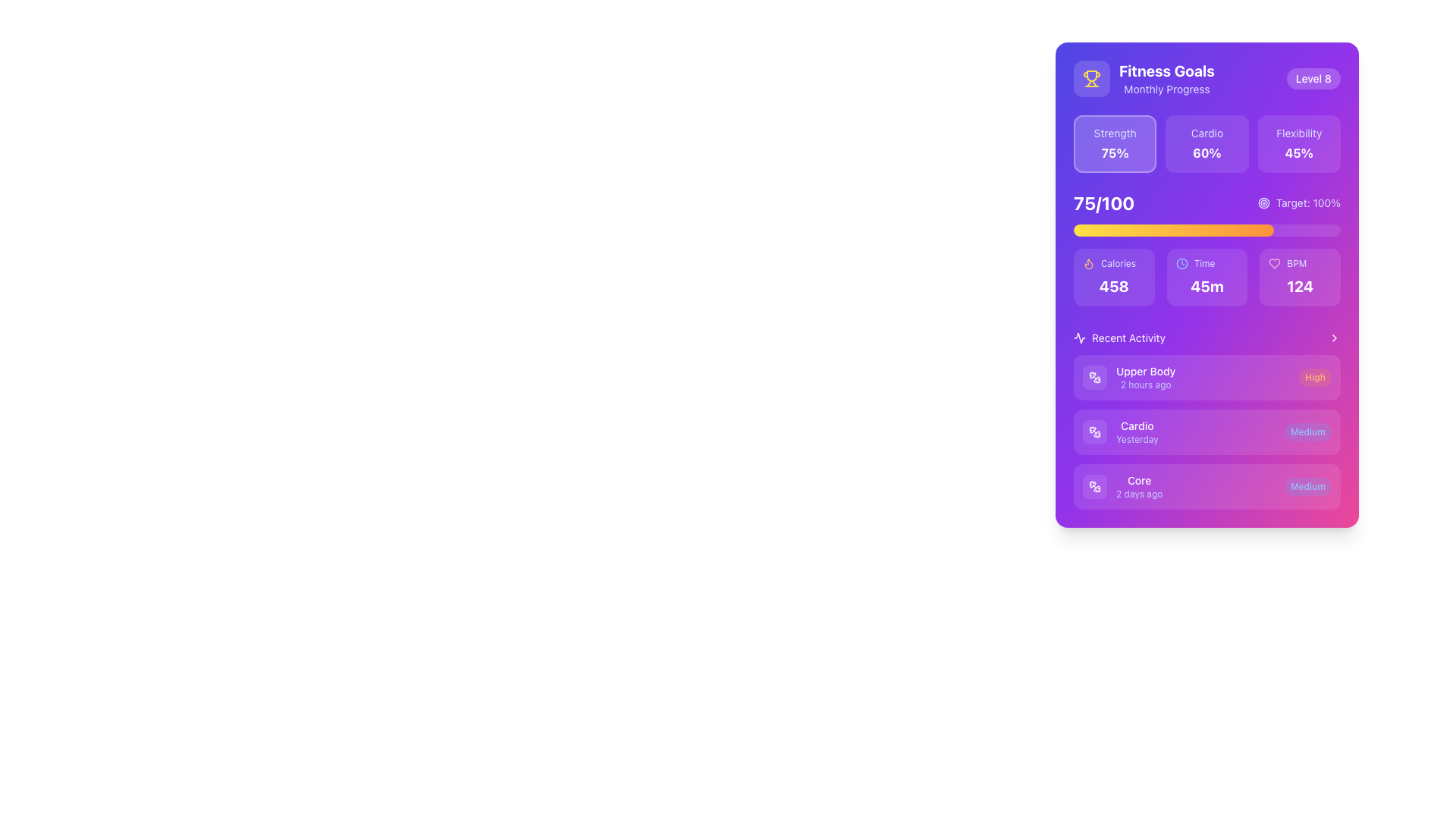 The image size is (1456, 819). I want to click on the 'Fitness Goals' text block located at the top right of the card-like UI component, which summarizes fitness tracking and progress reporting, so click(1166, 79).